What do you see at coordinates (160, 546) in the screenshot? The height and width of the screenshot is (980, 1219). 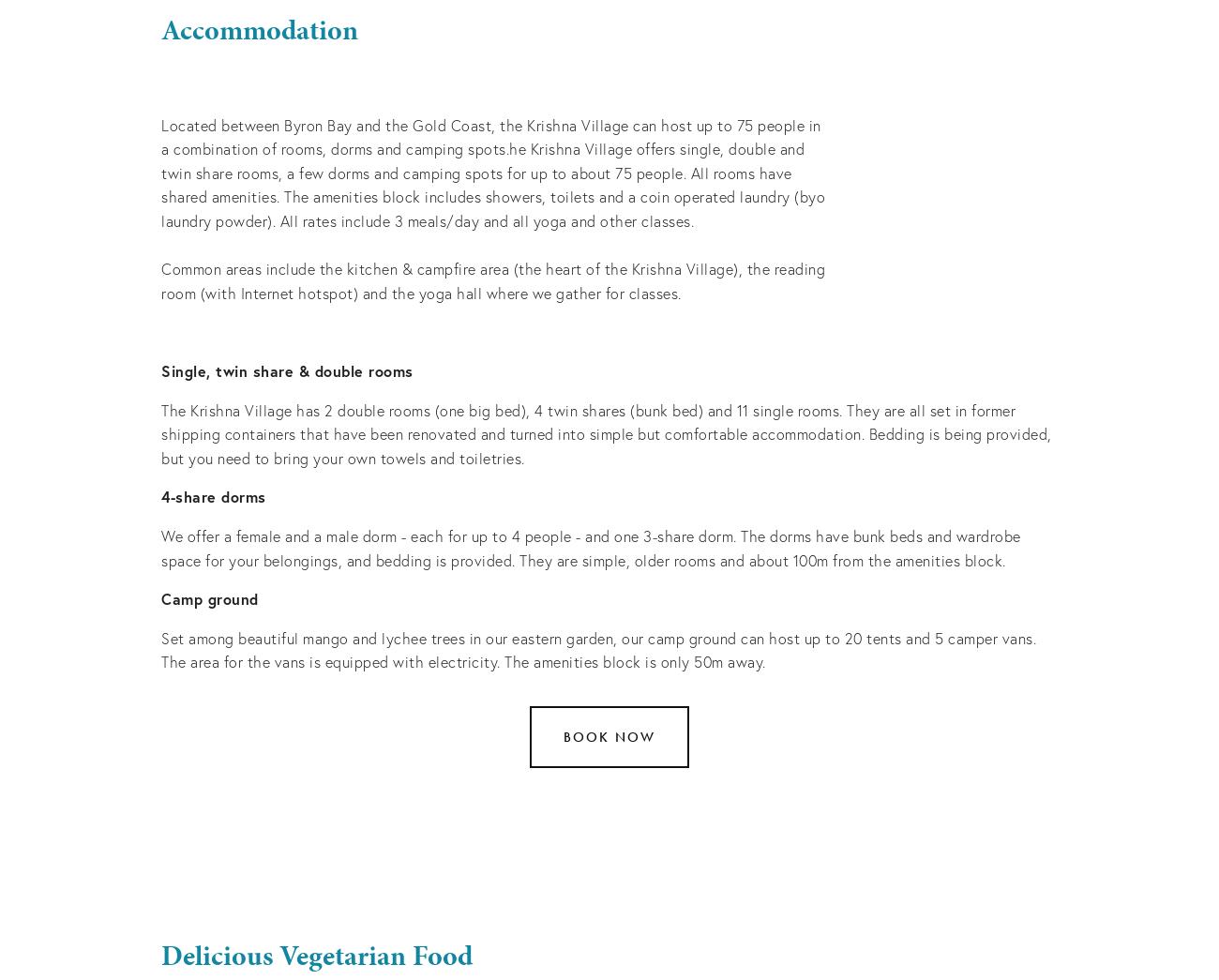 I see `'We offer a female and a male dorm - each for up to 4 people - and one 3-share dorm. The dorms have bunk beds and wardrobe space for your belongings, and bedding is provided. They are simple, older rooms and about 100m from the amenities block.'` at bounding box center [160, 546].